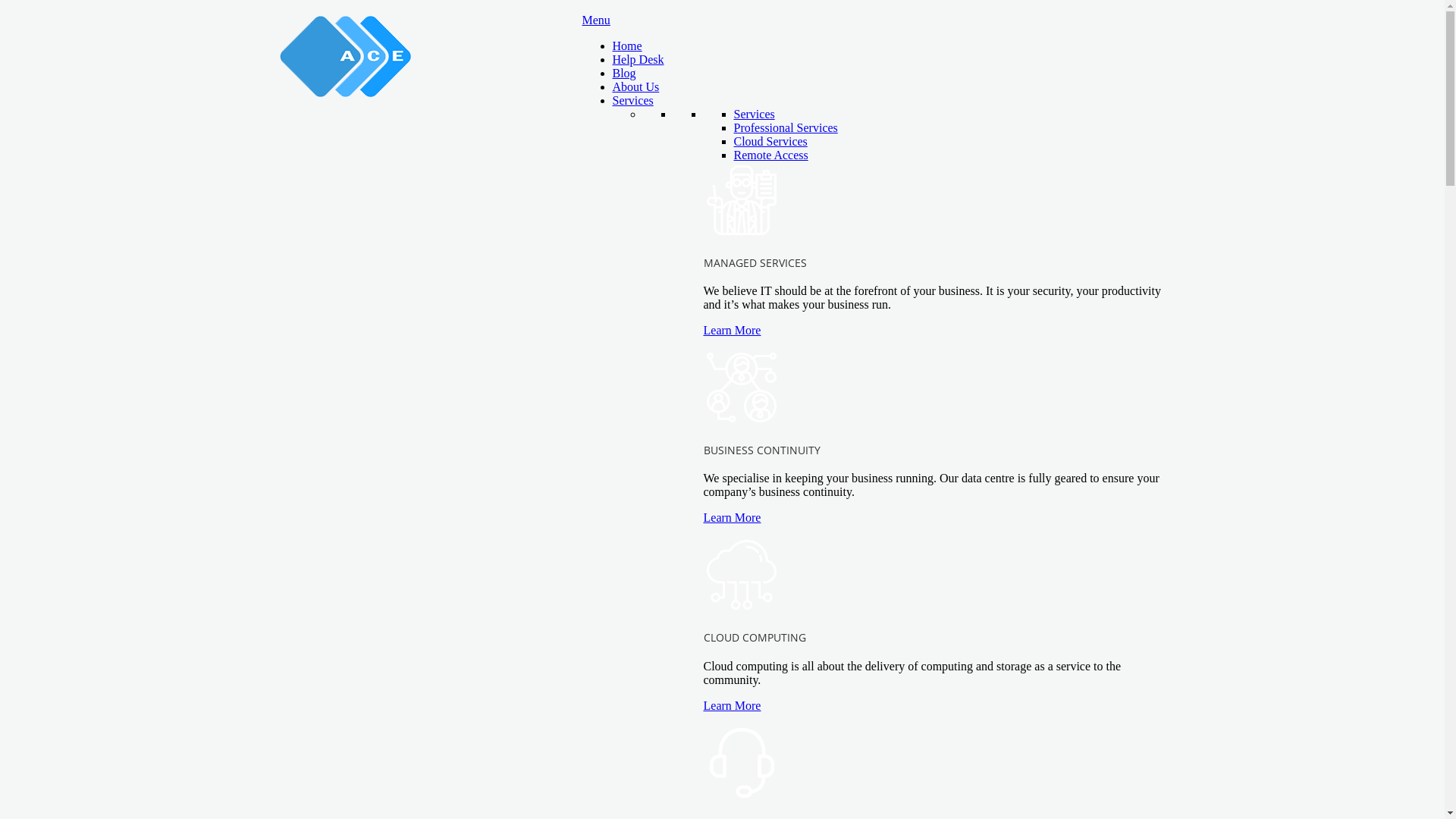 Image resolution: width=1456 pixels, height=819 pixels. What do you see at coordinates (754, 113) in the screenshot?
I see `'Services'` at bounding box center [754, 113].